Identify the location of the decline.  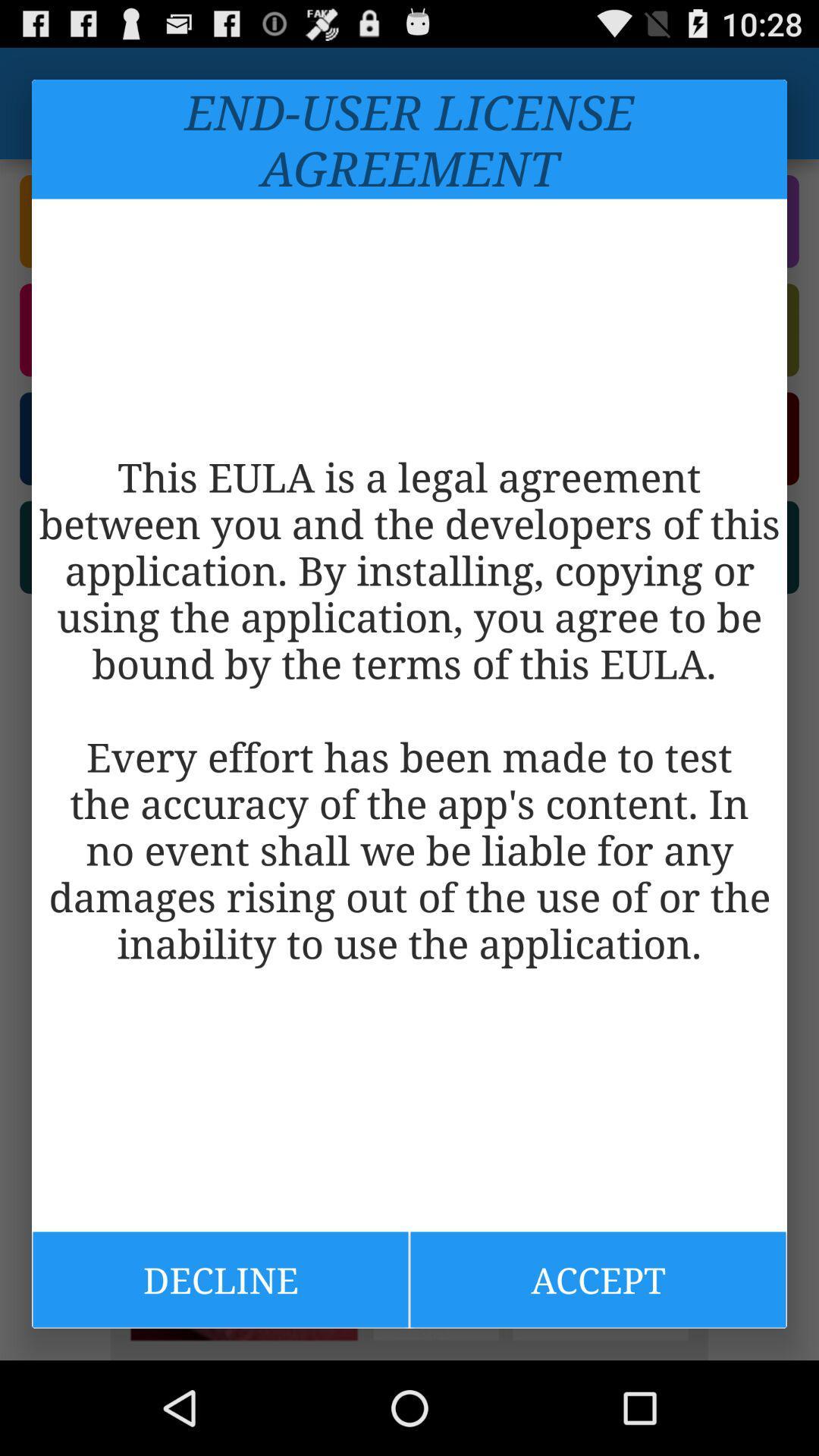
(220, 1279).